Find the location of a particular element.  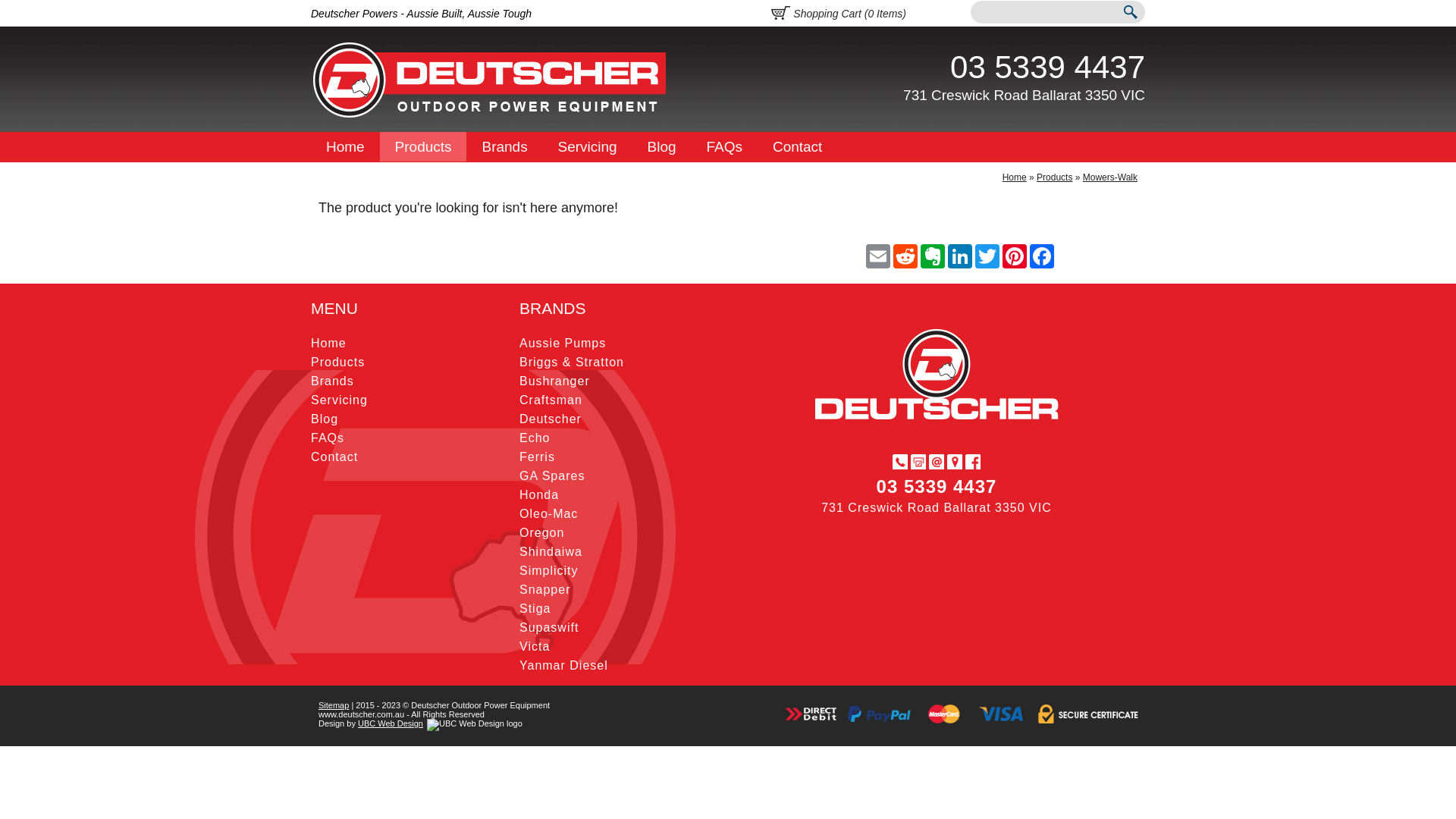

'Reddit' is located at coordinates (892, 256).